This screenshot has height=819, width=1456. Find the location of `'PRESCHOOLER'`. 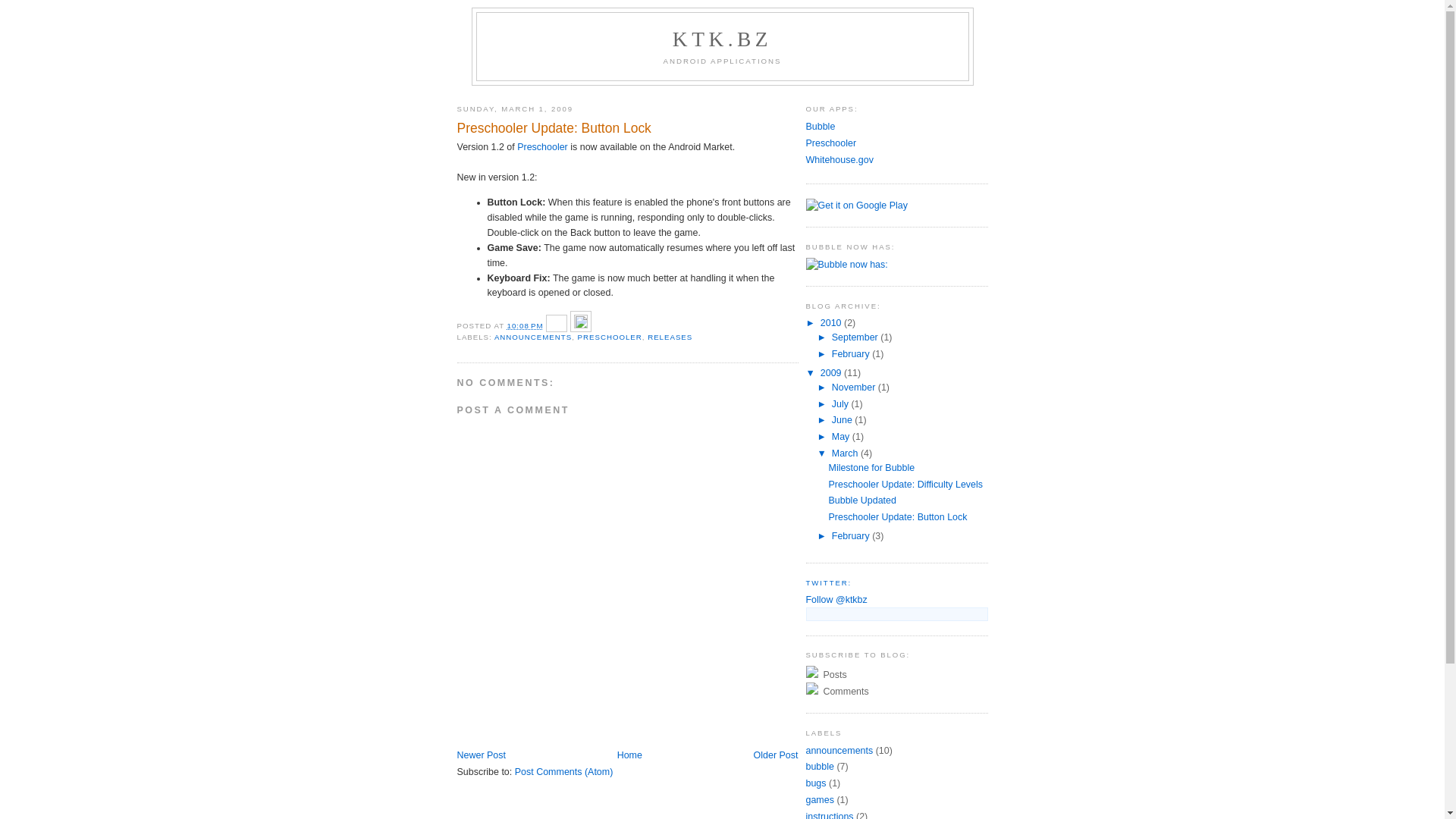

'PRESCHOOLER' is located at coordinates (610, 336).